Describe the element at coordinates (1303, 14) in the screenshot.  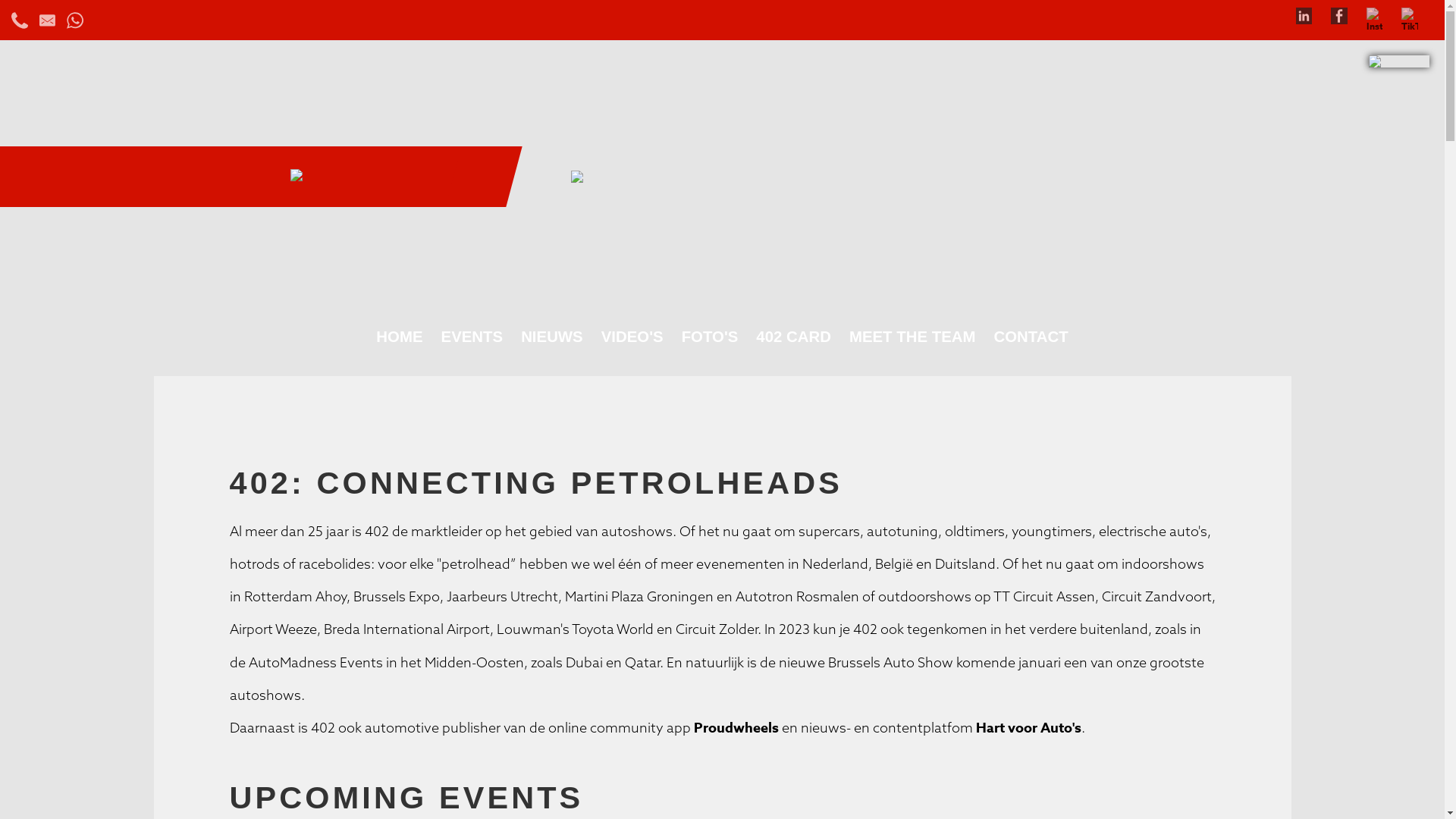
I see `'LinkedIN'` at that location.